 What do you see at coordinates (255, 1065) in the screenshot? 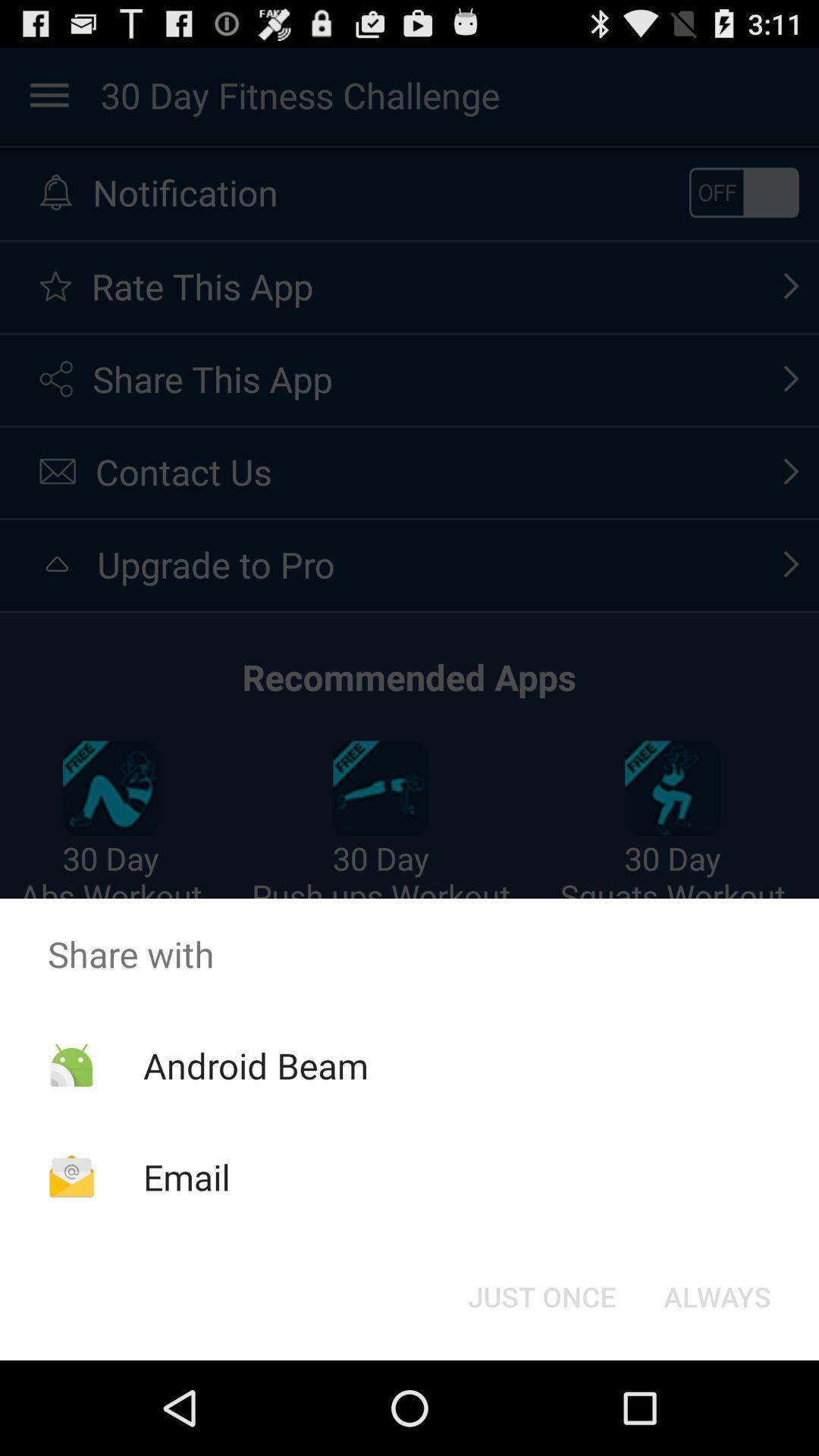
I see `the android beam icon` at bounding box center [255, 1065].